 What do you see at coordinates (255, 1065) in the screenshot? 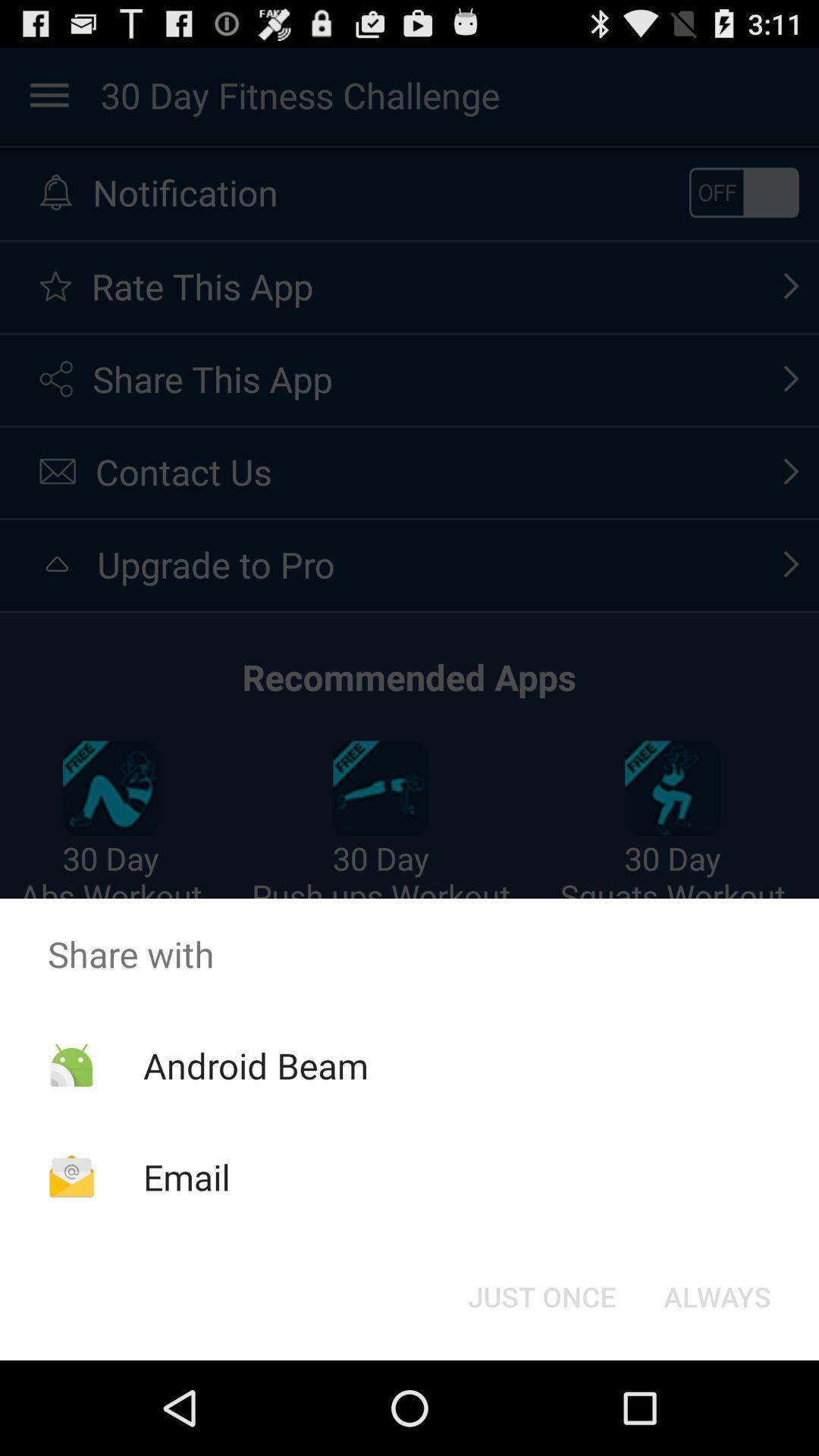
I see `the android beam icon` at bounding box center [255, 1065].